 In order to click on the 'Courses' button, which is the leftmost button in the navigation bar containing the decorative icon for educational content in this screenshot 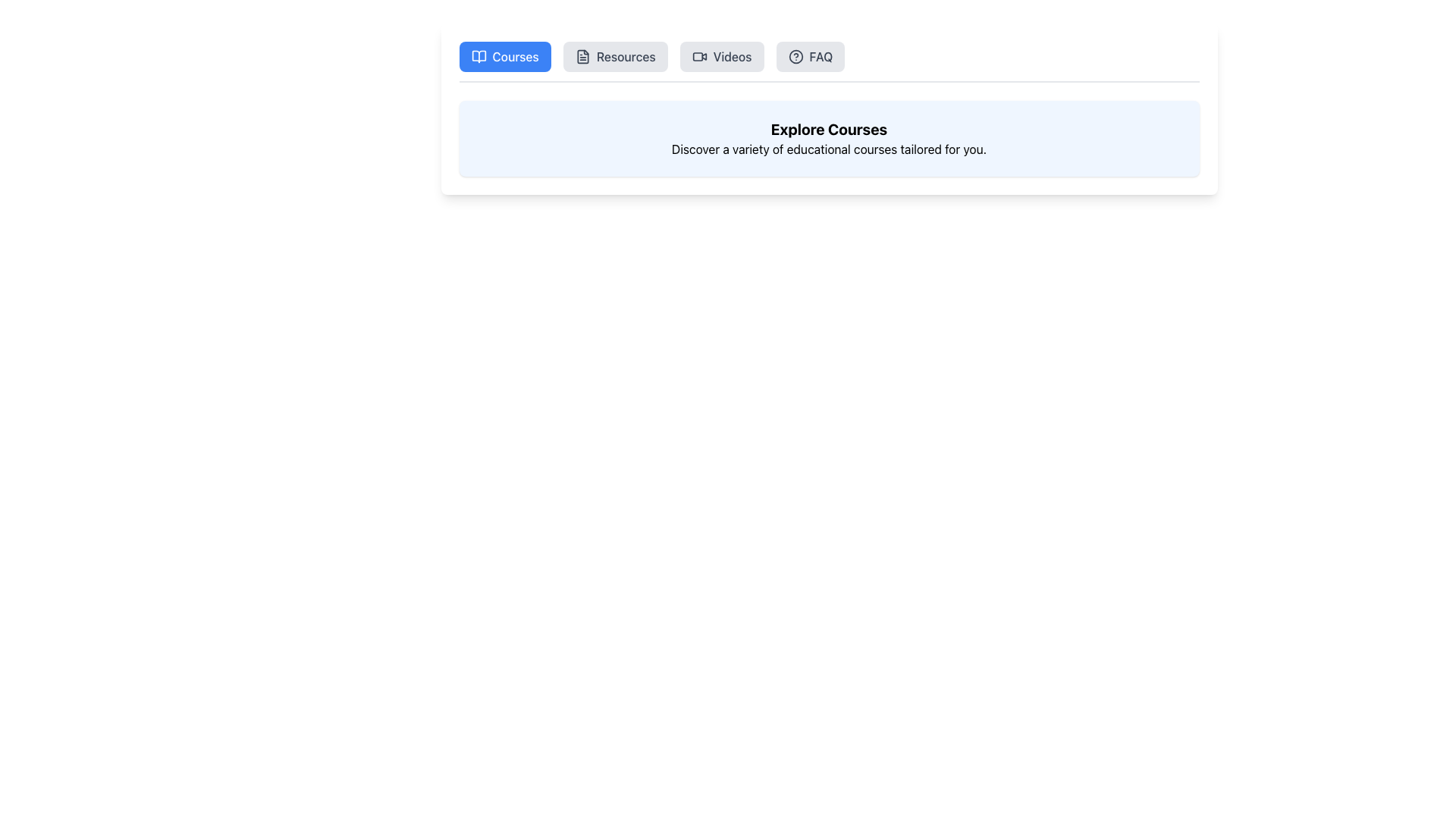, I will do `click(478, 55)`.